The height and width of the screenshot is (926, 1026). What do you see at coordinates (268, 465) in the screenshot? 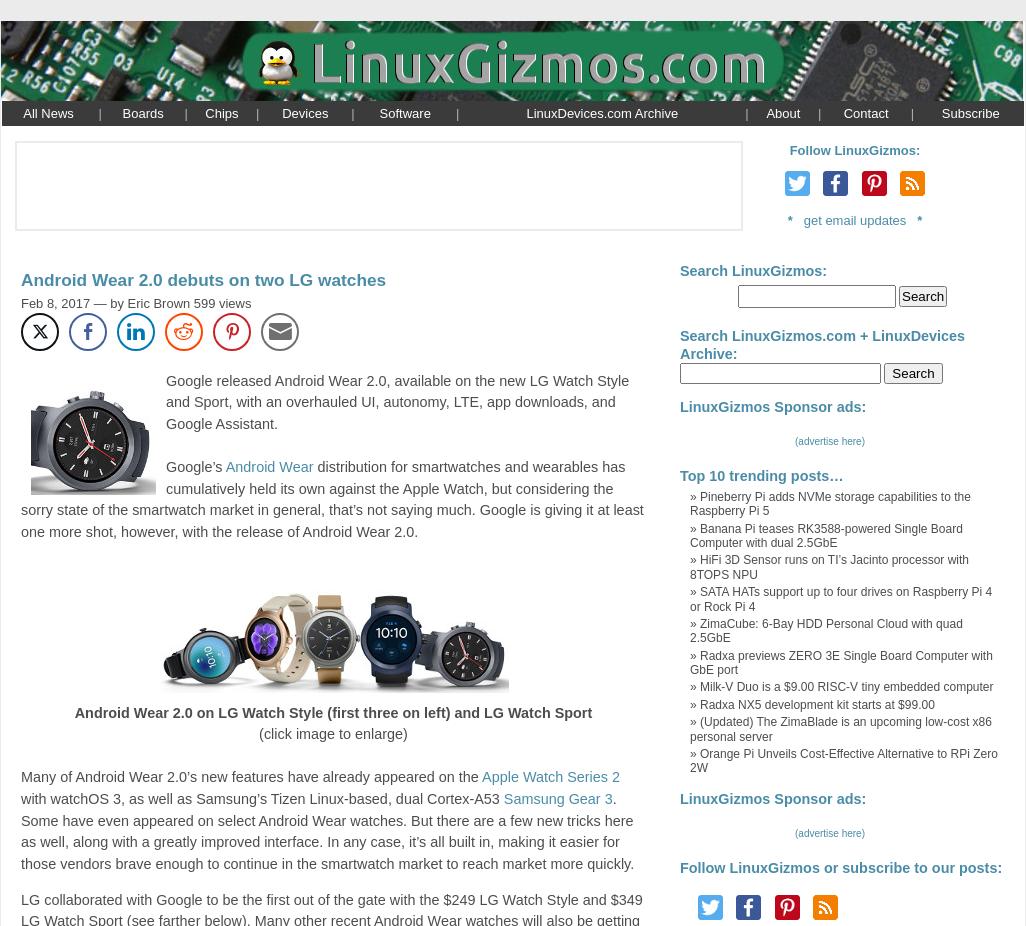
I see `'Android Wear'` at bounding box center [268, 465].